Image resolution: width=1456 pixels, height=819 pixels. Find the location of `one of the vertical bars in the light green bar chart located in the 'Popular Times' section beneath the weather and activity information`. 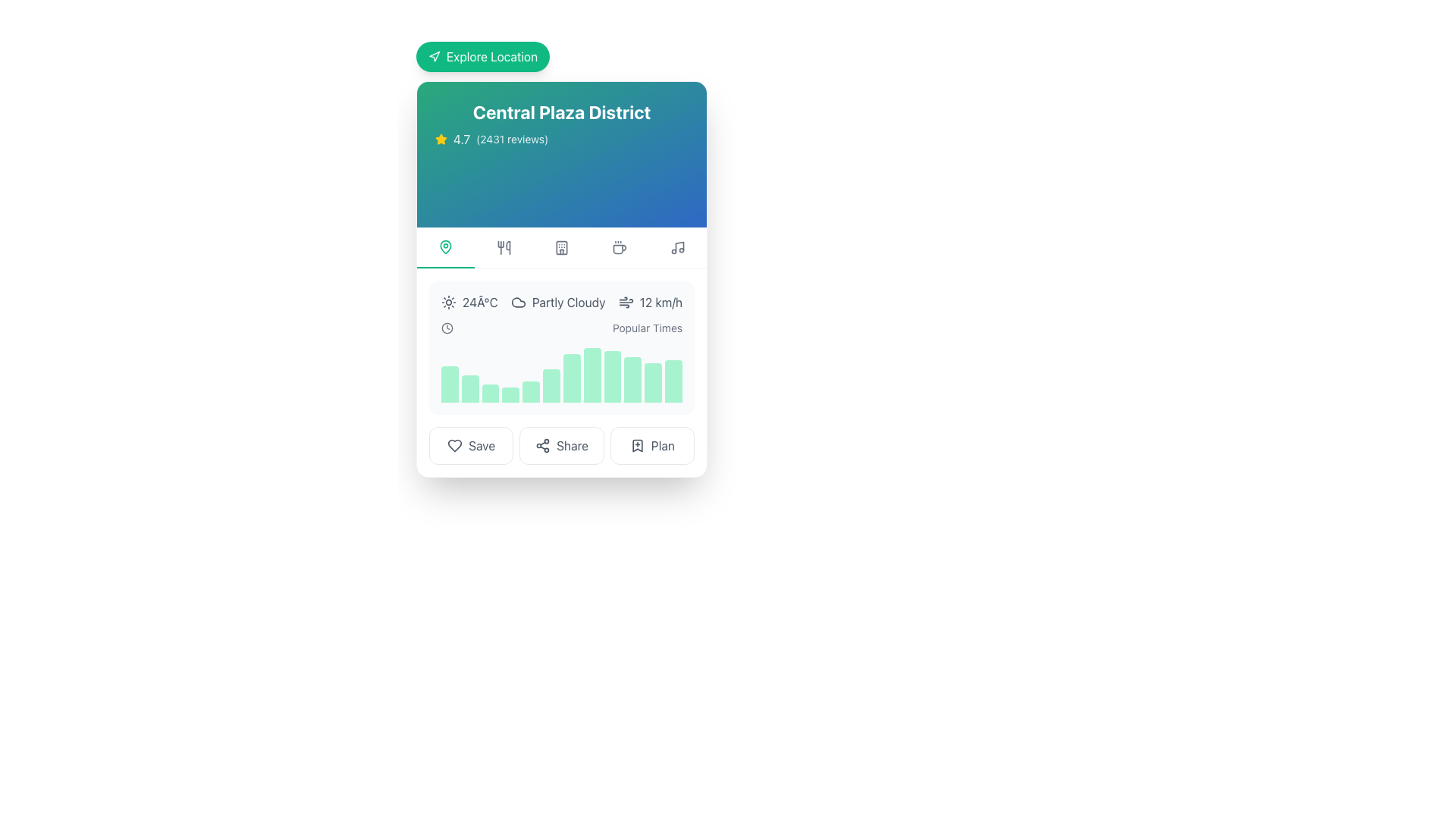

one of the vertical bars in the light green bar chart located in the 'Popular Times' section beneath the weather and activity information is located at coordinates (560, 372).